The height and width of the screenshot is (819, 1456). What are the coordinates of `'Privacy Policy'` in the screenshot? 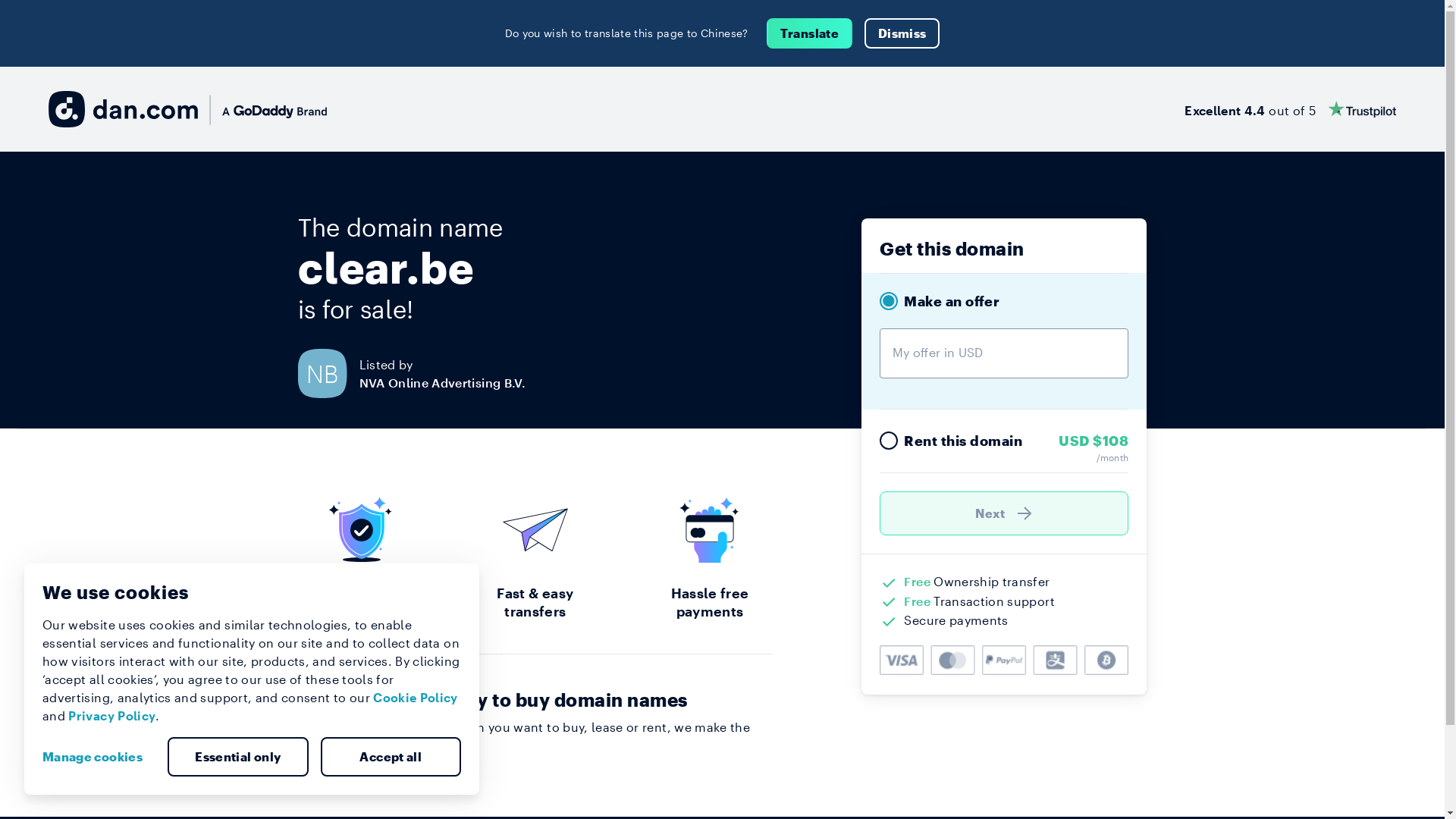 It's located at (111, 715).